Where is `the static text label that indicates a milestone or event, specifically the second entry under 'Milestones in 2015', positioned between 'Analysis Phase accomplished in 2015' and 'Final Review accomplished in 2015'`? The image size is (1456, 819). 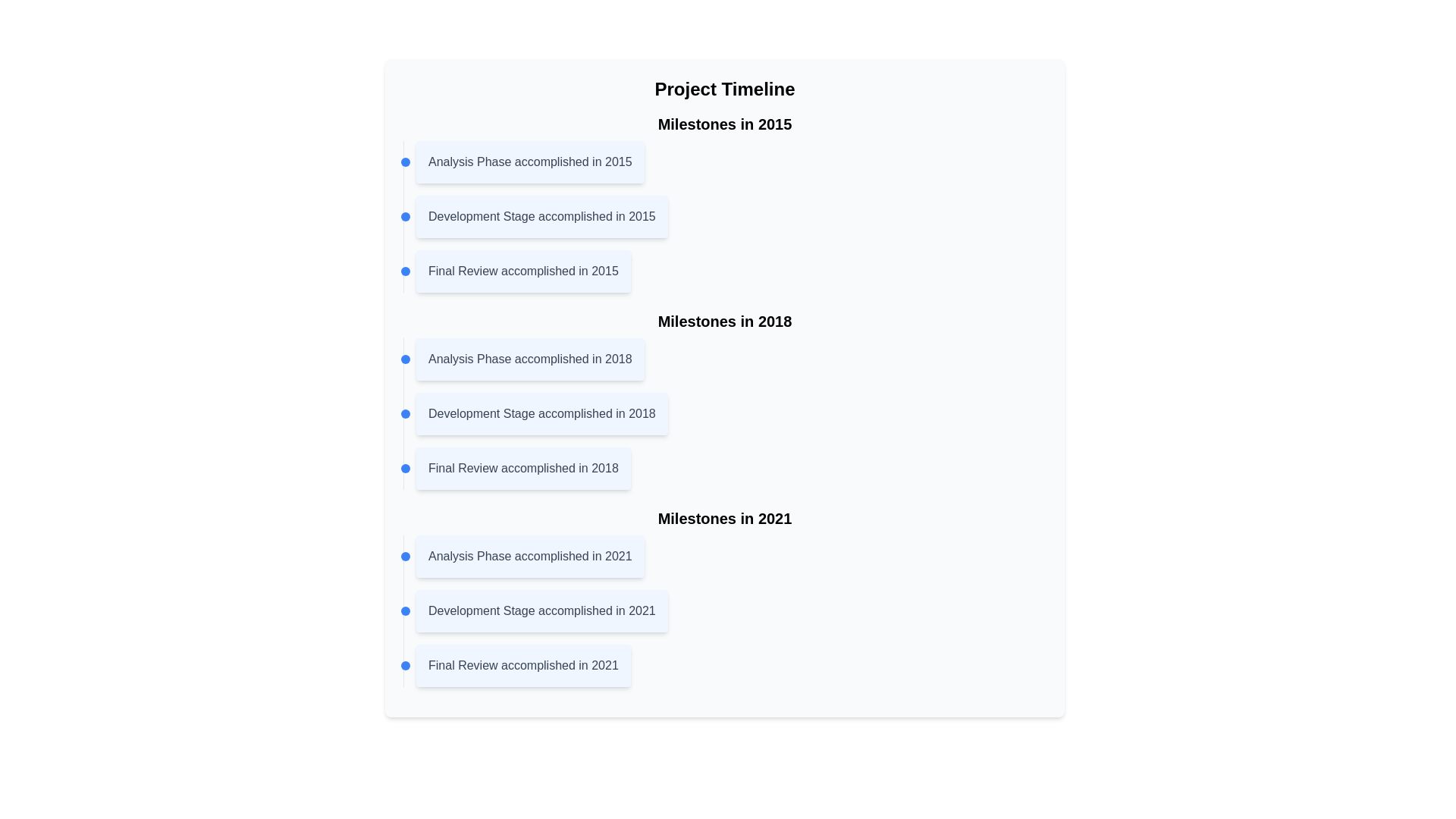 the static text label that indicates a milestone or event, specifically the second entry under 'Milestones in 2015', positioned between 'Analysis Phase accomplished in 2015' and 'Final Review accomplished in 2015' is located at coordinates (541, 216).